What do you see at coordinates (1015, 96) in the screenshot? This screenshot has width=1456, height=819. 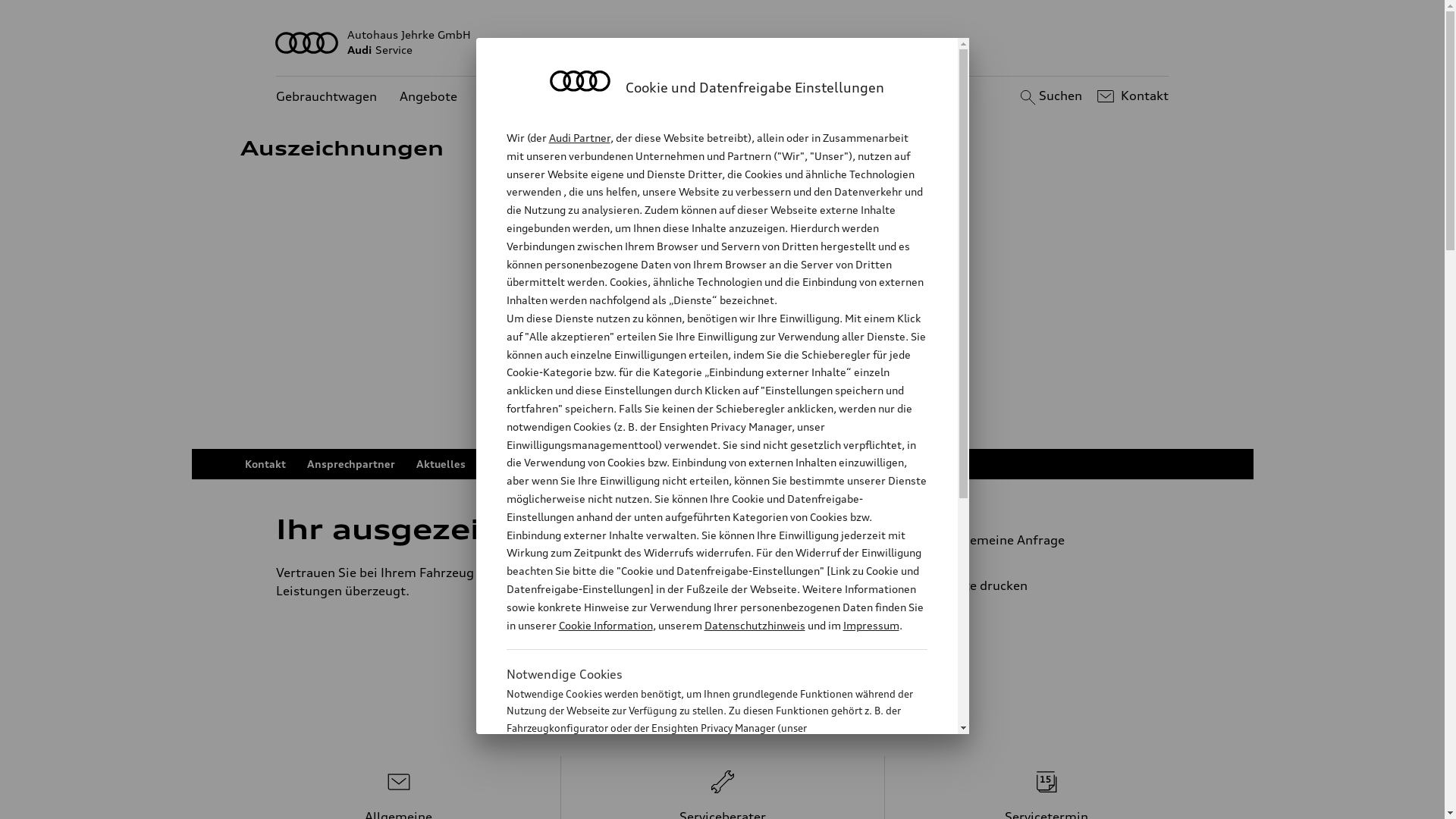 I see `'Suchen'` at bounding box center [1015, 96].